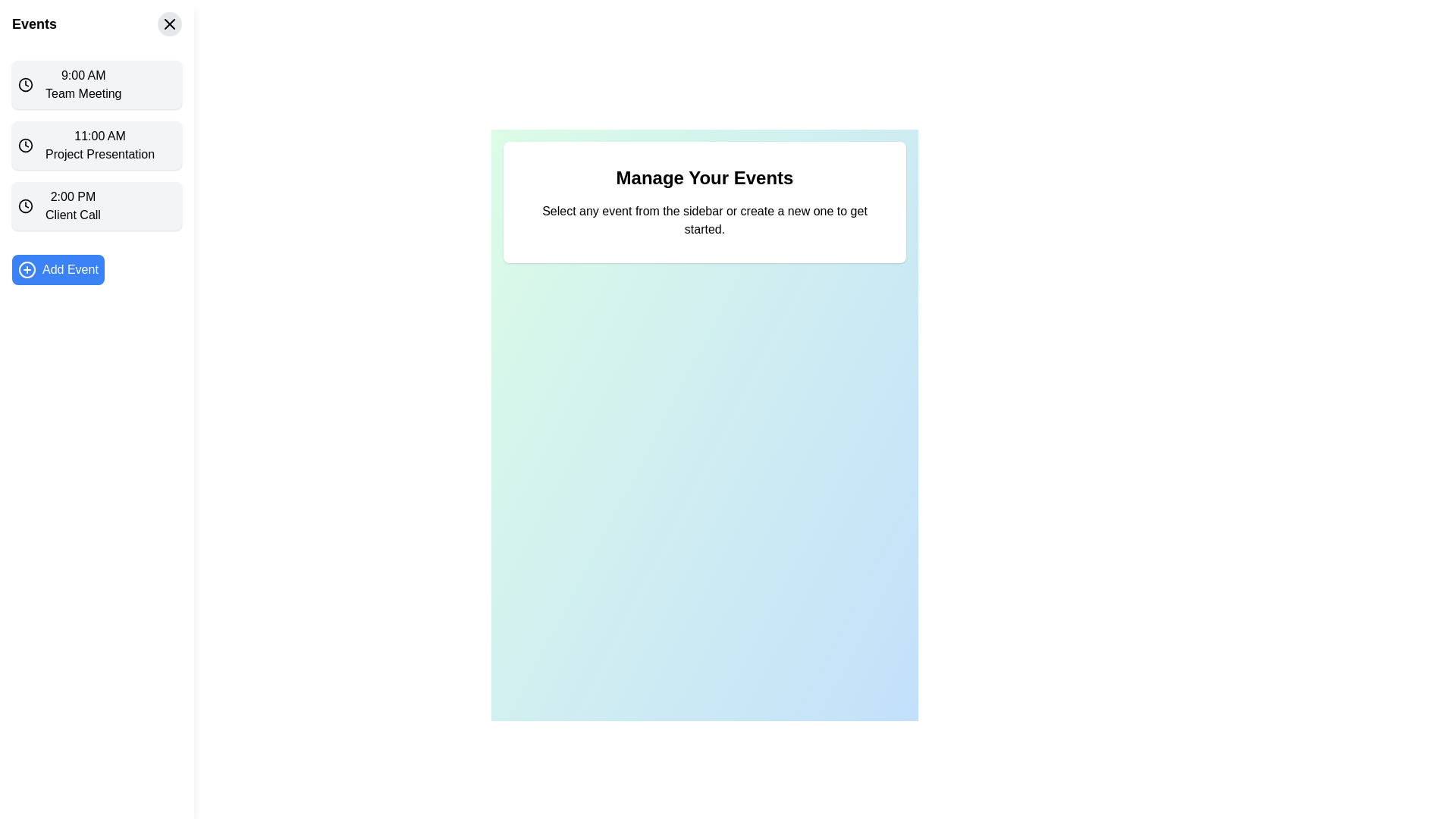  I want to click on time label indicating '2:00 PM' in the sidebar event list, which is the upper text line of the third item labeled '2:00 PM Client Call', so click(72, 196).